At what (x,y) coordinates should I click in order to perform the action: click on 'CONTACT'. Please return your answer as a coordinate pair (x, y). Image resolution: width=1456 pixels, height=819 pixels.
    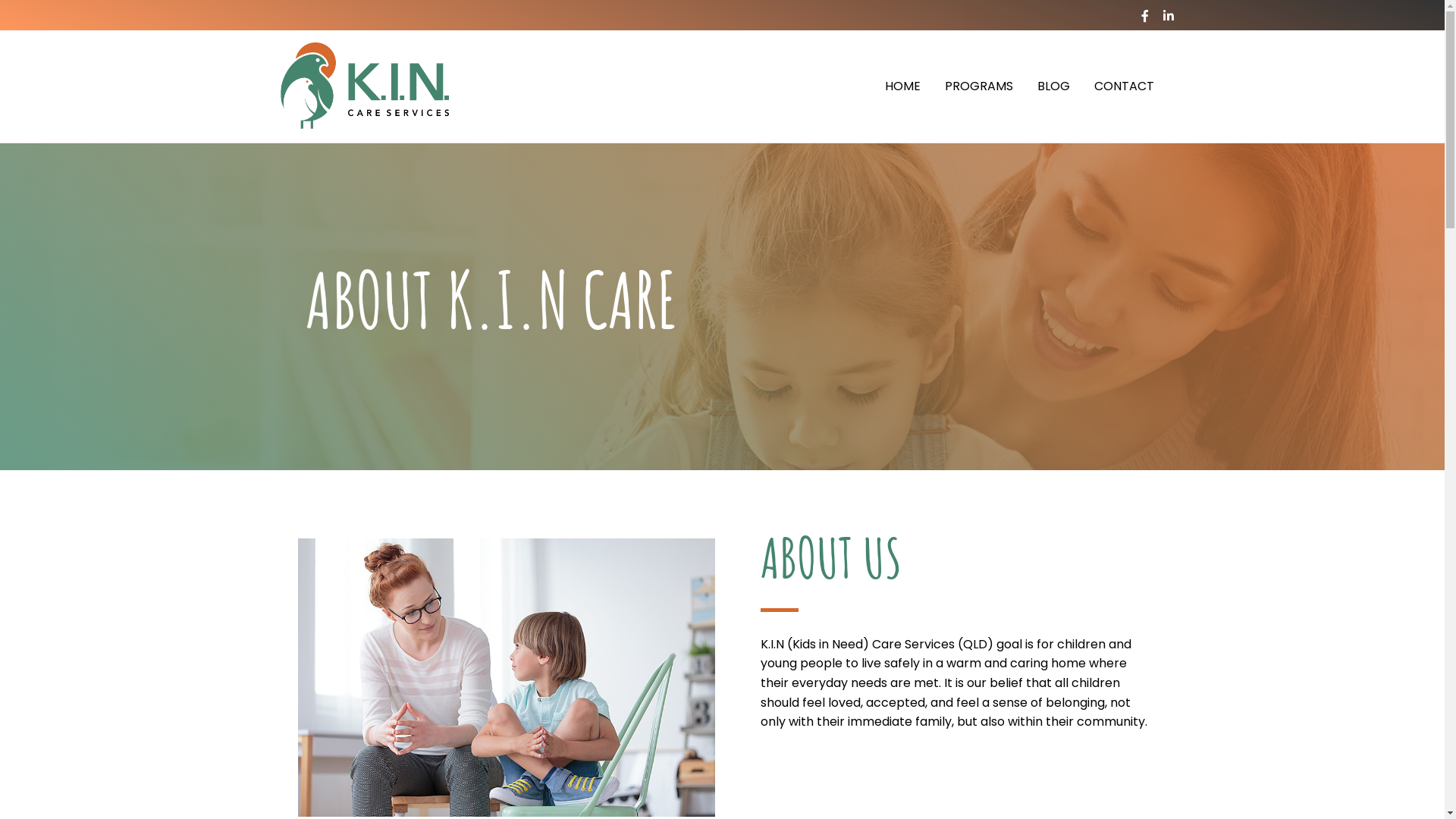
    Looking at the image, I should click on (1123, 86).